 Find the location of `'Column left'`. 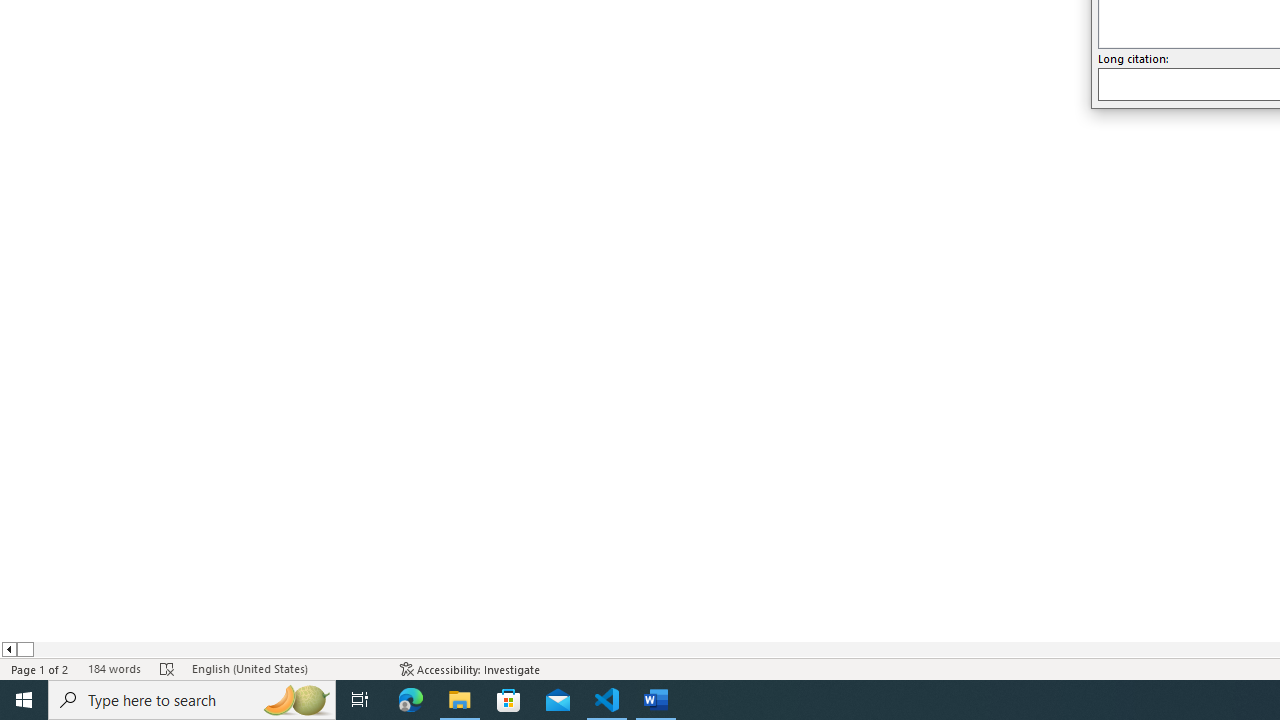

'Column left' is located at coordinates (8, 649).